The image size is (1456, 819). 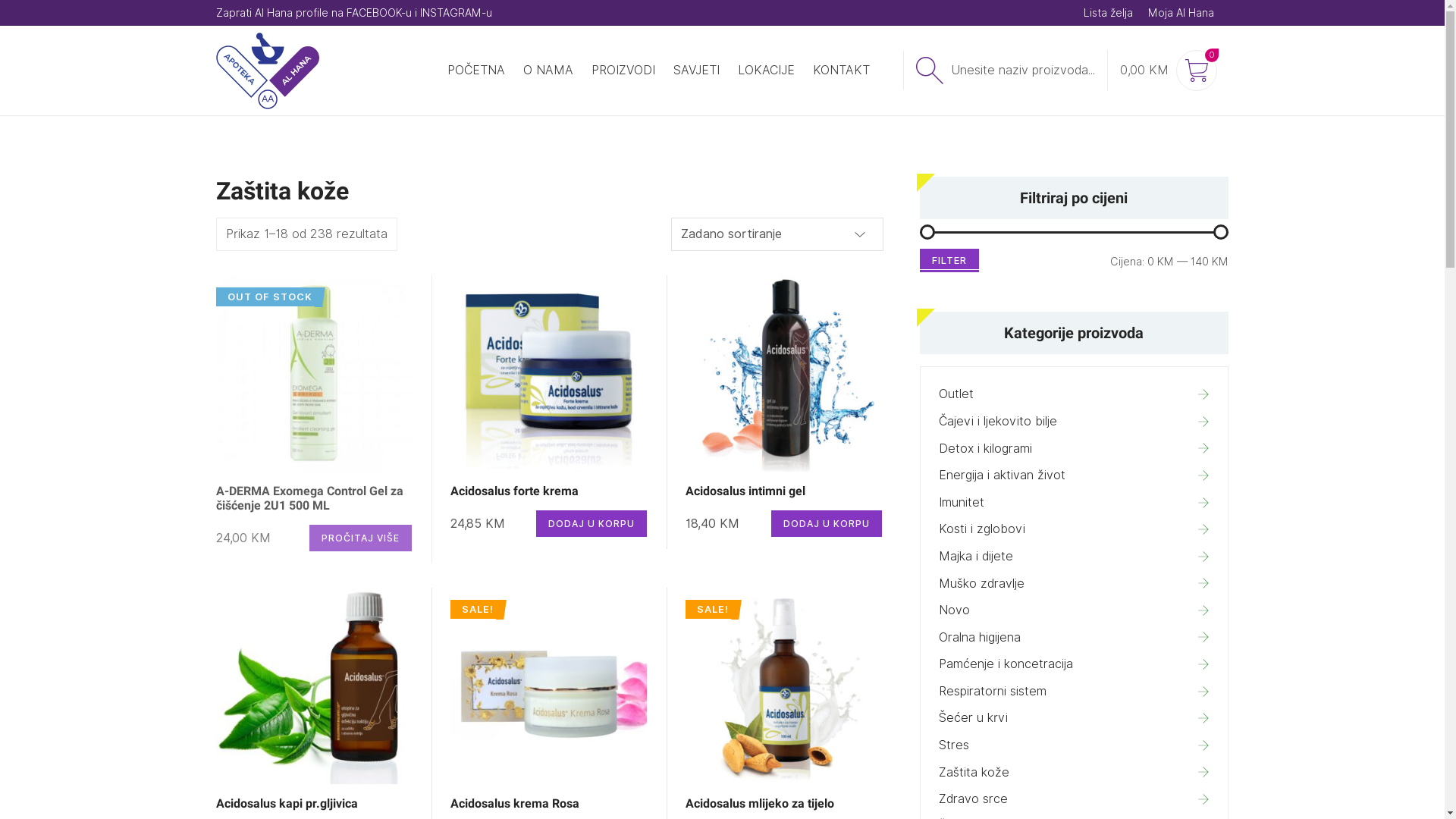 I want to click on 'Novo', so click(x=1073, y=610).